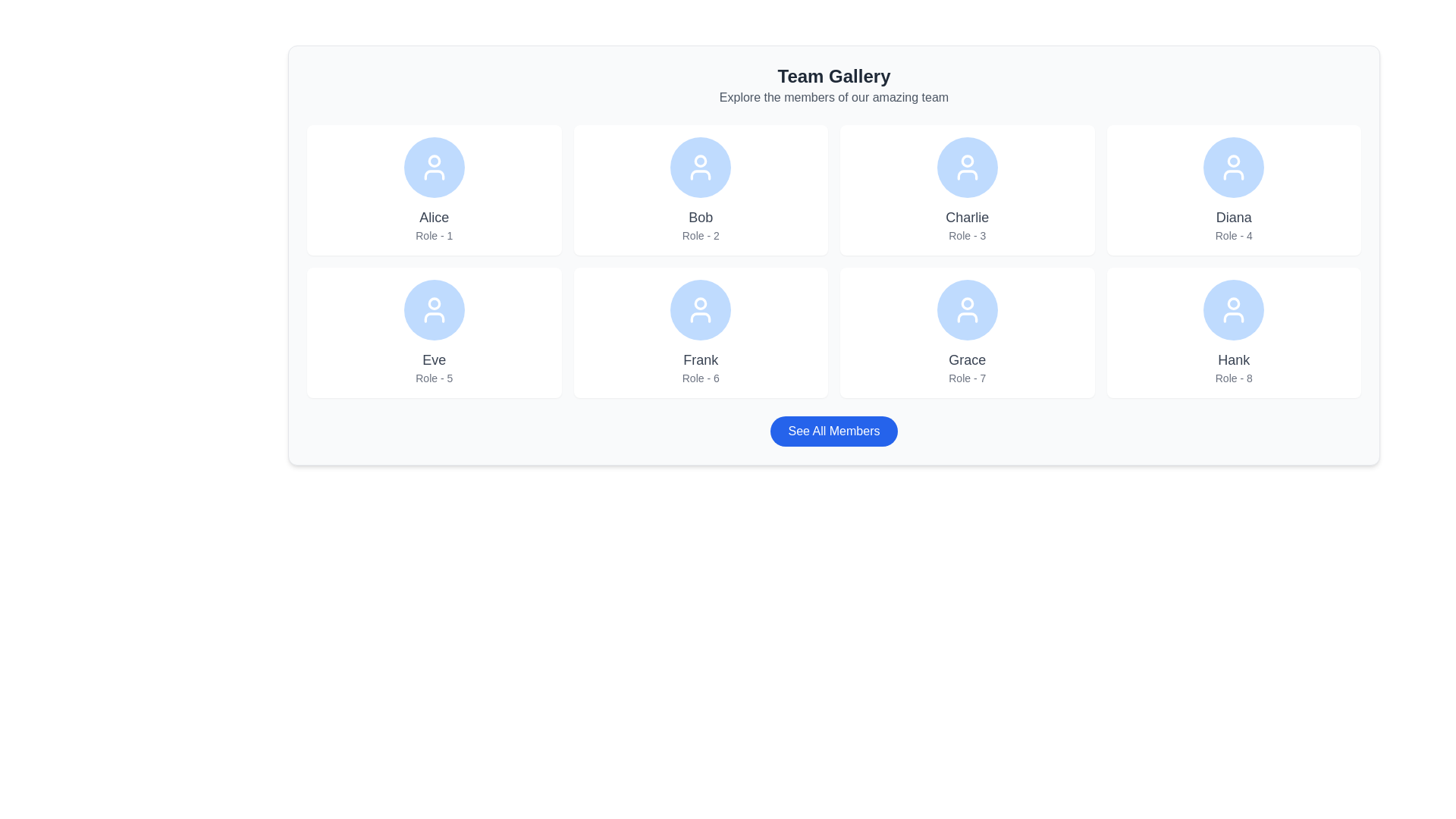  What do you see at coordinates (700, 189) in the screenshot?
I see `the Profile card for 'Bob'` at bounding box center [700, 189].